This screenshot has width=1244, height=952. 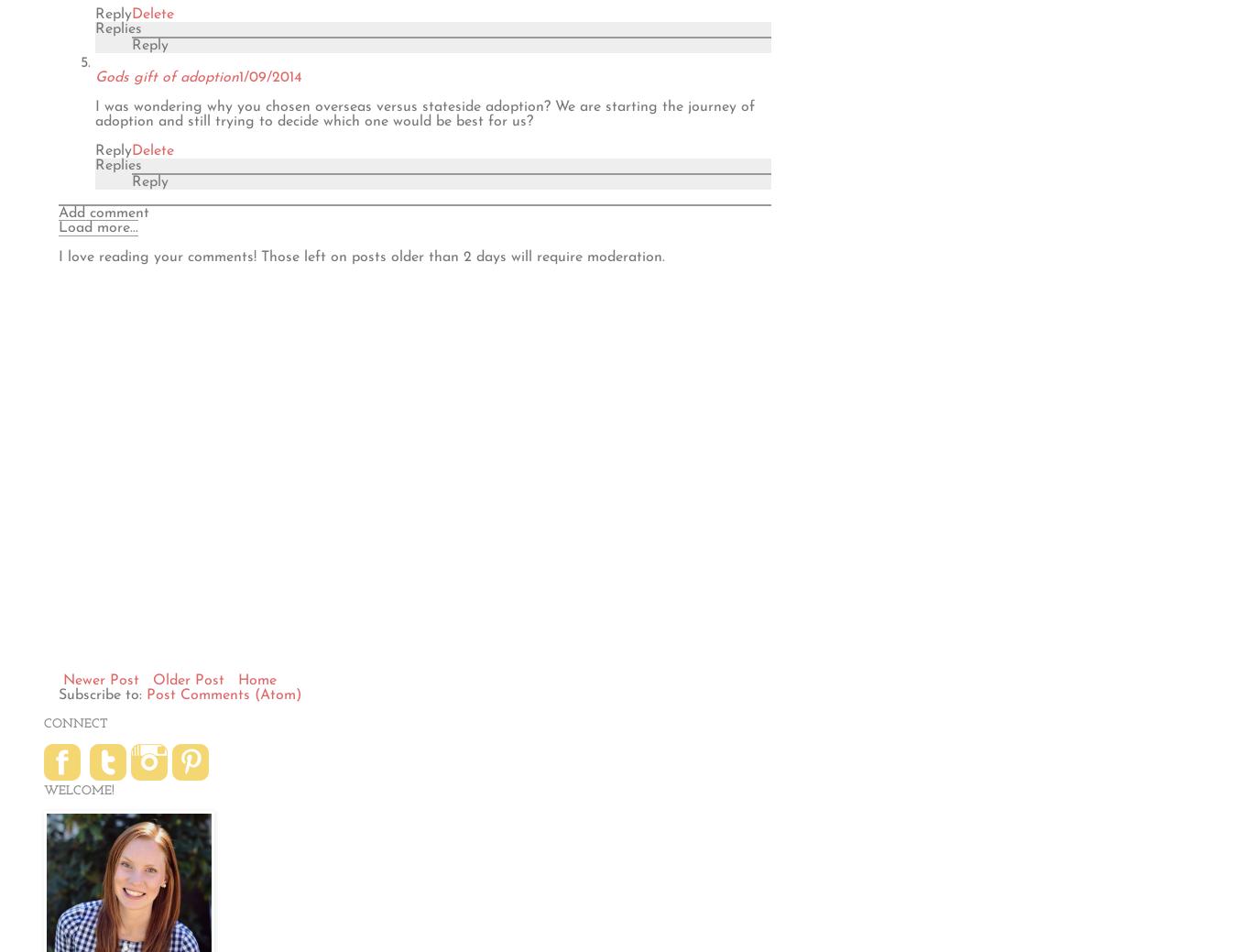 What do you see at coordinates (42, 789) in the screenshot?
I see `'Welcome!'` at bounding box center [42, 789].